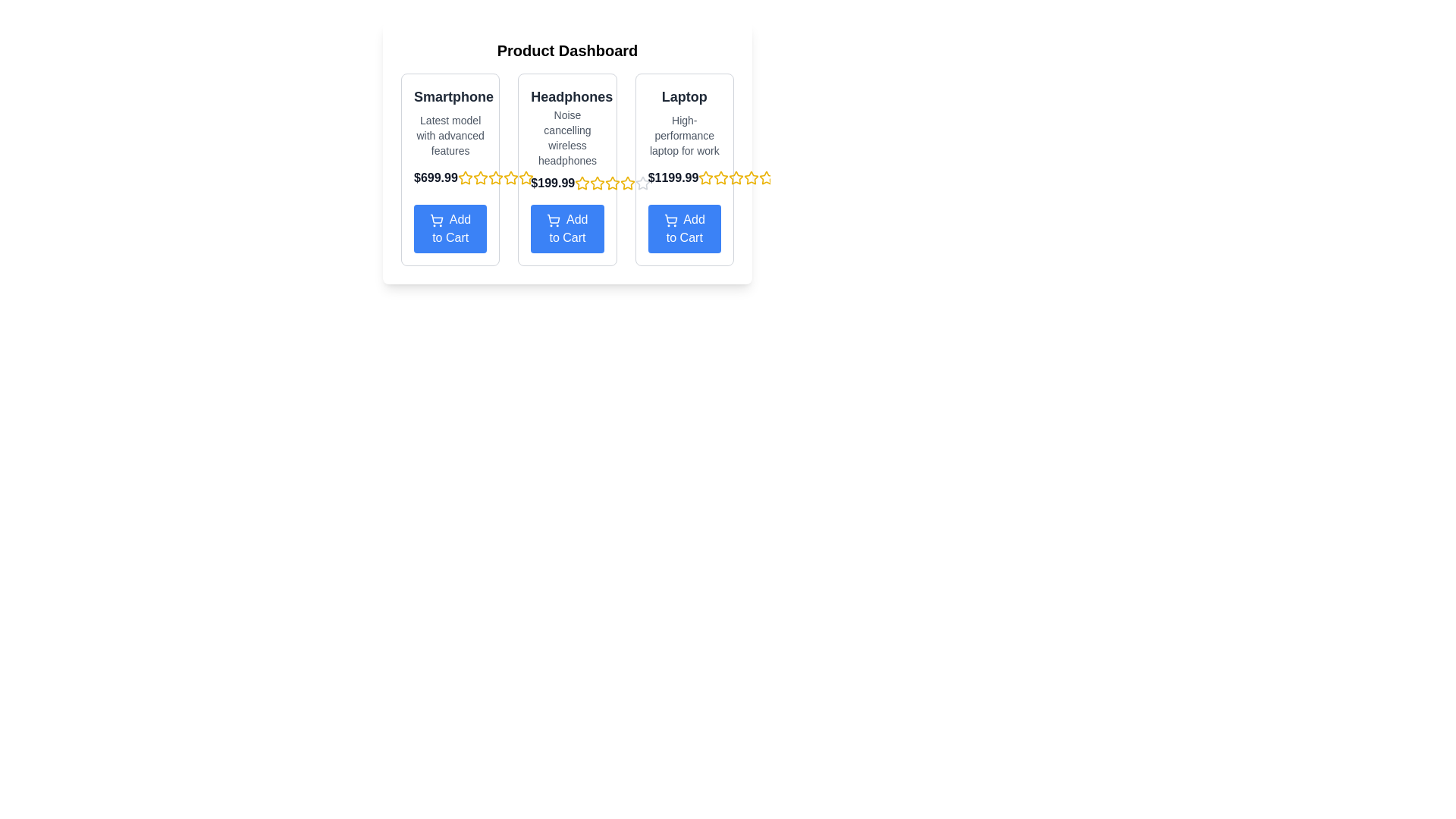 The height and width of the screenshot is (819, 1456). Describe the element at coordinates (566, 228) in the screenshot. I see `the blue 'Add to Cart' button with rounded corners and a shopping cart icon` at that location.